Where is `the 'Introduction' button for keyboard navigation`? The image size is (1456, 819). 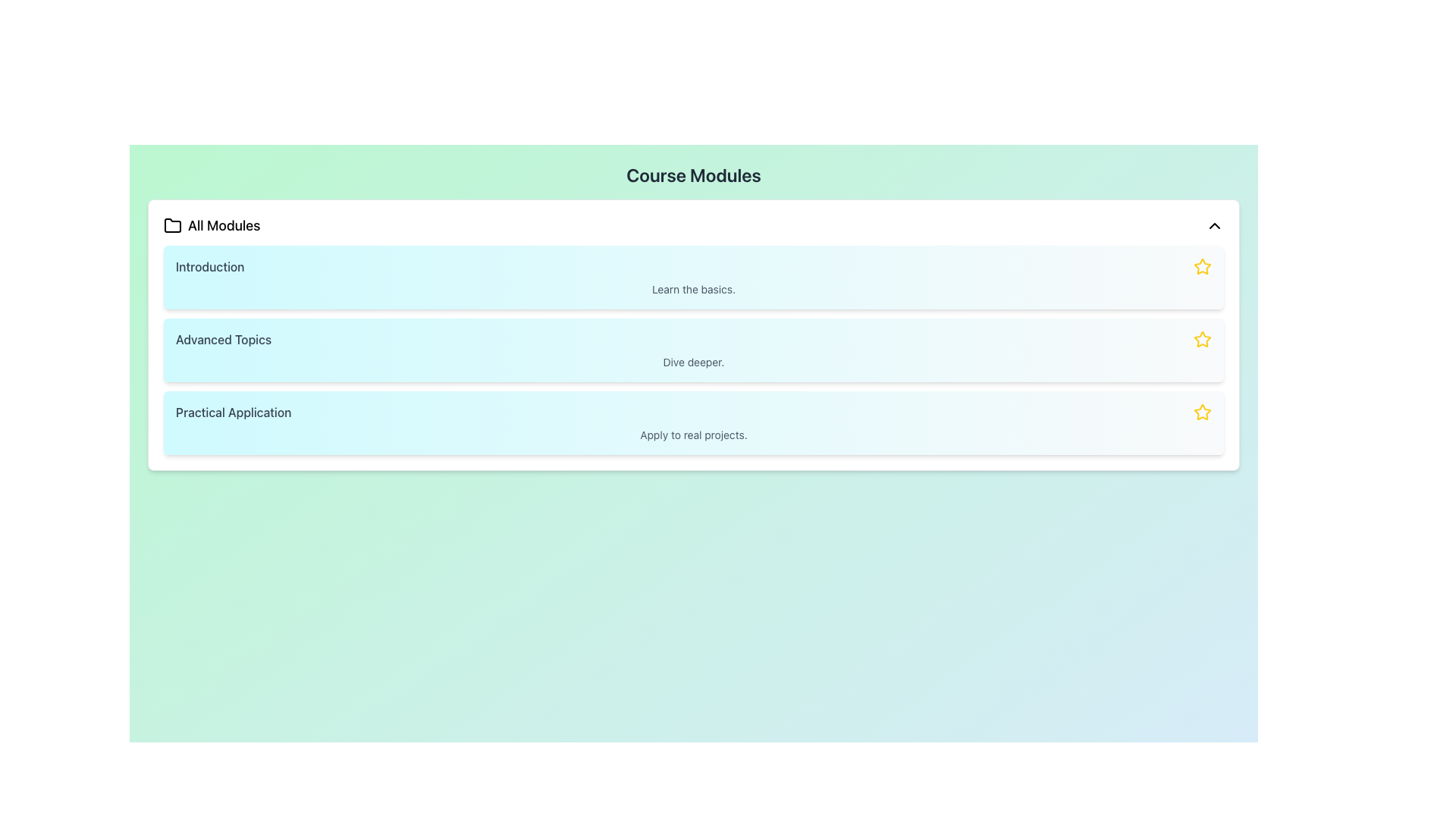 the 'Introduction' button for keyboard navigation is located at coordinates (693, 278).